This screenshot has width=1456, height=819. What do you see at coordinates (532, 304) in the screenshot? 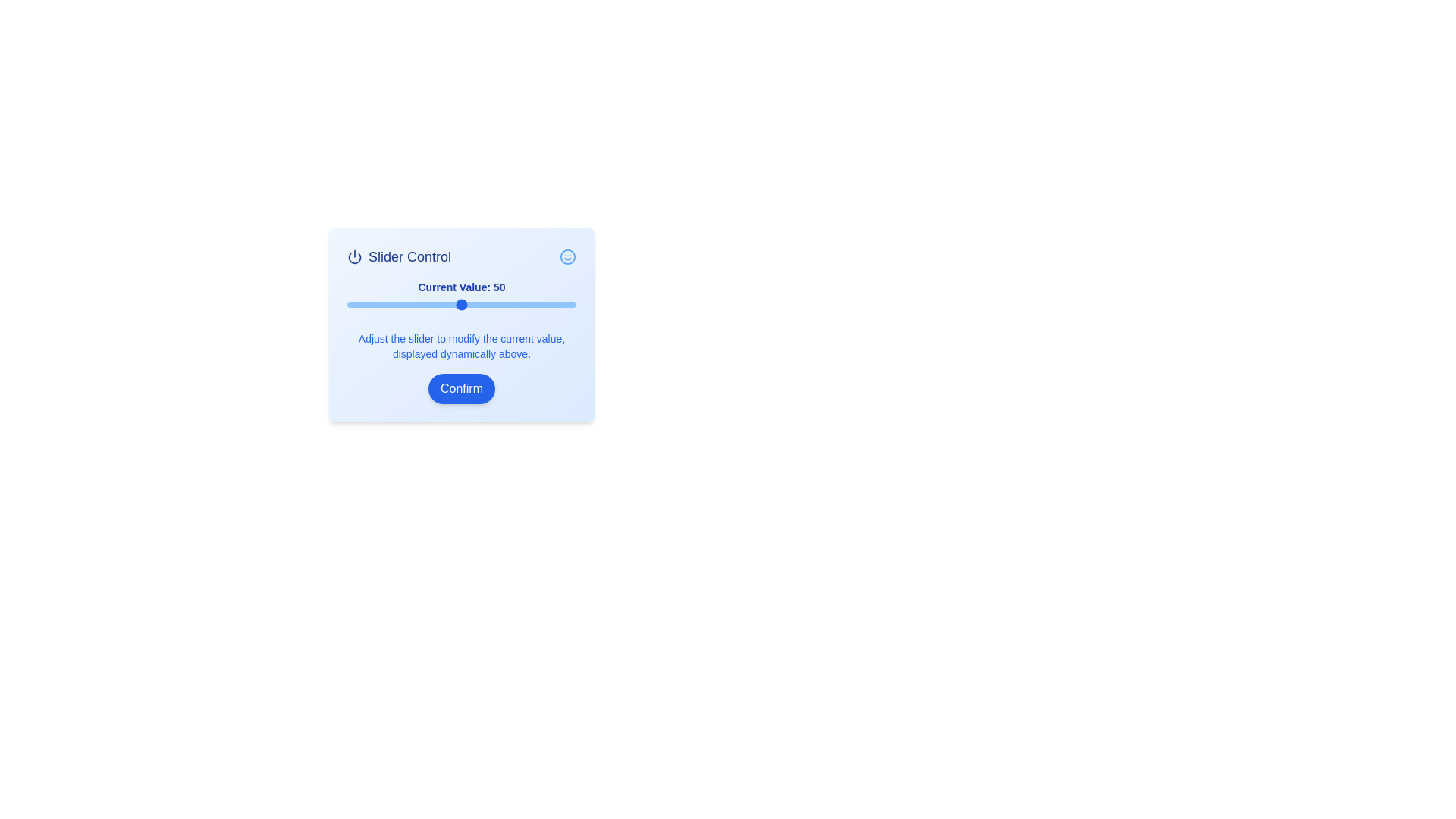
I see `the slider value` at bounding box center [532, 304].